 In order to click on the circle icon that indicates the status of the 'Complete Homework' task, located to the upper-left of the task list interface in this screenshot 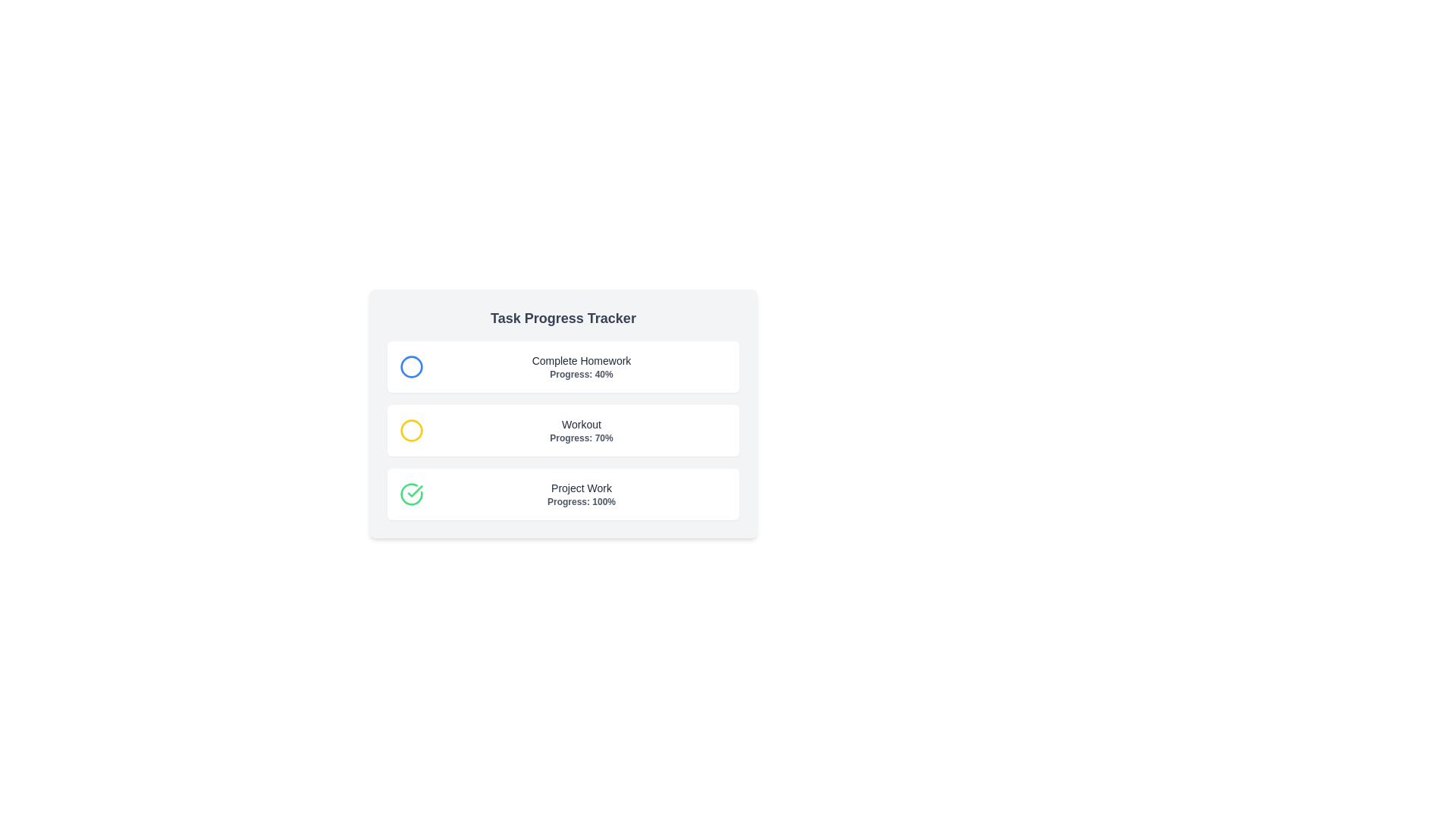, I will do `click(411, 366)`.